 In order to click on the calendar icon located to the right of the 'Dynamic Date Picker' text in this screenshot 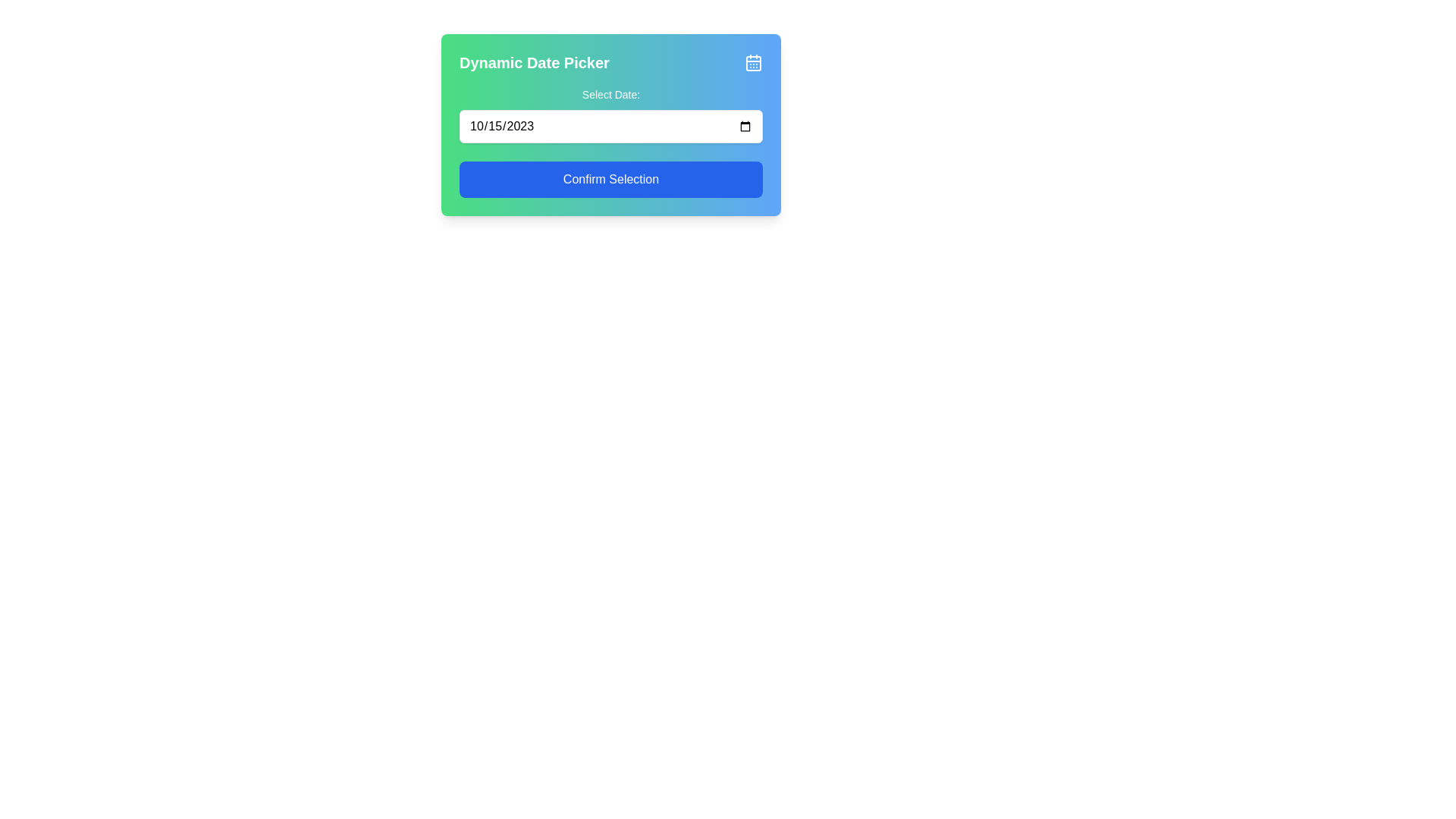, I will do `click(753, 62)`.